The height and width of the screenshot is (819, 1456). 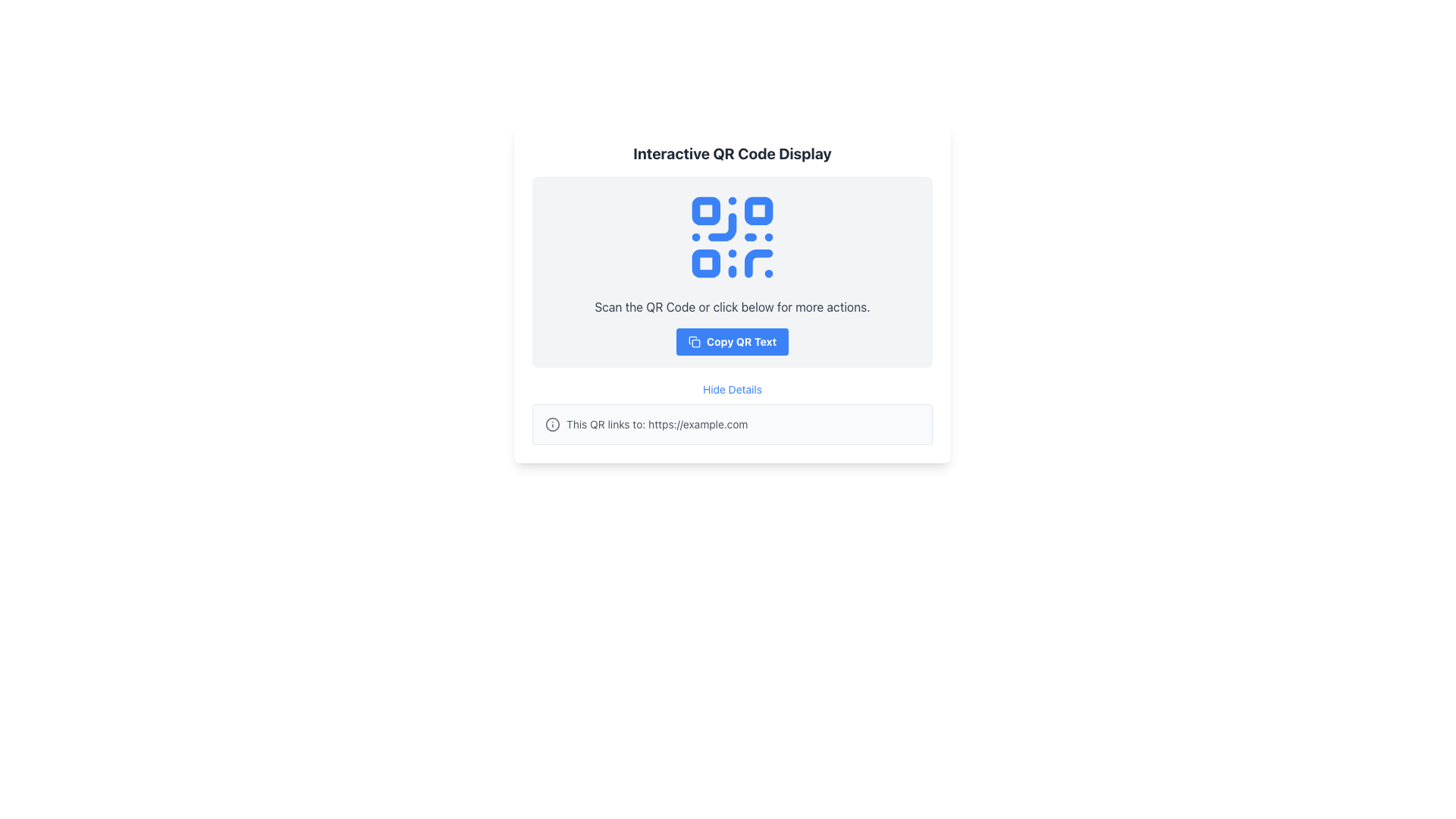 I want to click on the text element that contains the phrase 'Scan the QR Code or click below for more actions.' which is located centrally below a QR code icon and above the 'Copy QR Text' button, so click(x=732, y=307).